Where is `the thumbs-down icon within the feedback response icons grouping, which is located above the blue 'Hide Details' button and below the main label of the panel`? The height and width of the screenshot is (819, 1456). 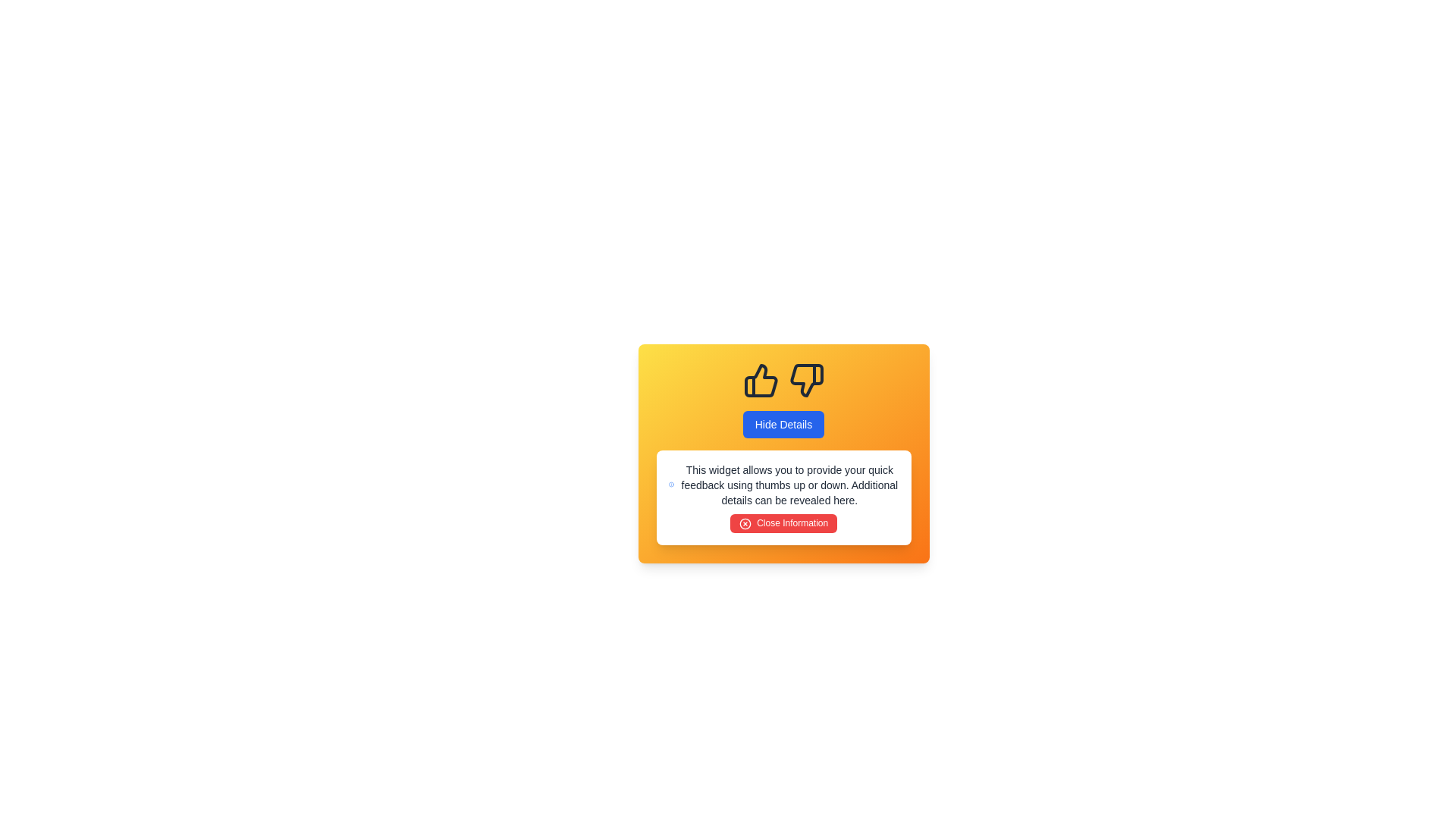
the thumbs-down icon within the feedback response icons grouping, which is located above the blue 'Hide Details' button and below the main label of the panel is located at coordinates (783, 379).